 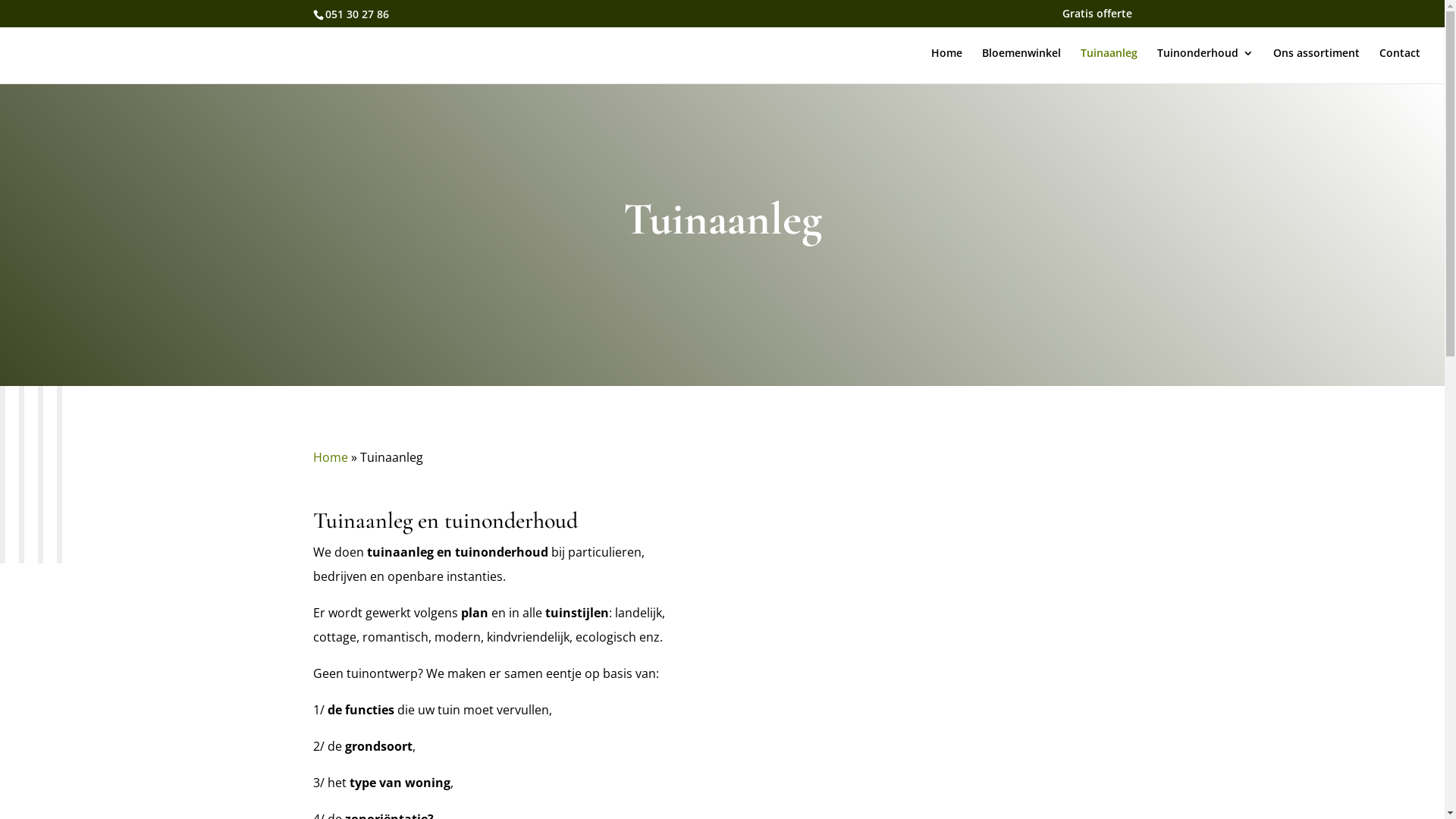 I want to click on 'Bloemenwinkel', so click(x=1021, y=64).